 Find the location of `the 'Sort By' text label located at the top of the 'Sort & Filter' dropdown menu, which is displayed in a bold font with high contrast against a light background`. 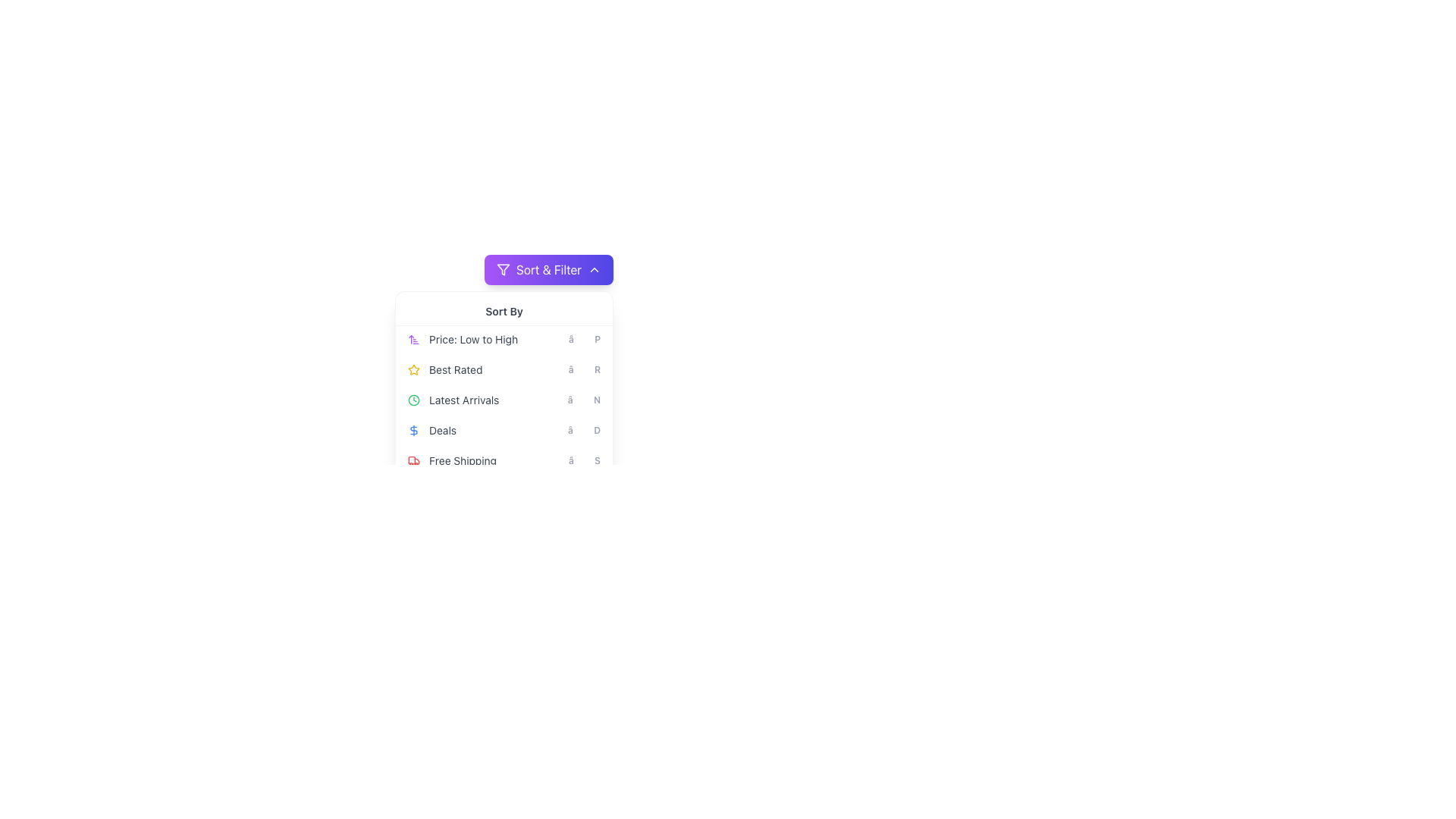

the 'Sort By' text label located at the top of the 'Sort & Filter' dropdown menu, which is displayed in a bold font with high contrast against a light background is located at coordinates (504, 311).